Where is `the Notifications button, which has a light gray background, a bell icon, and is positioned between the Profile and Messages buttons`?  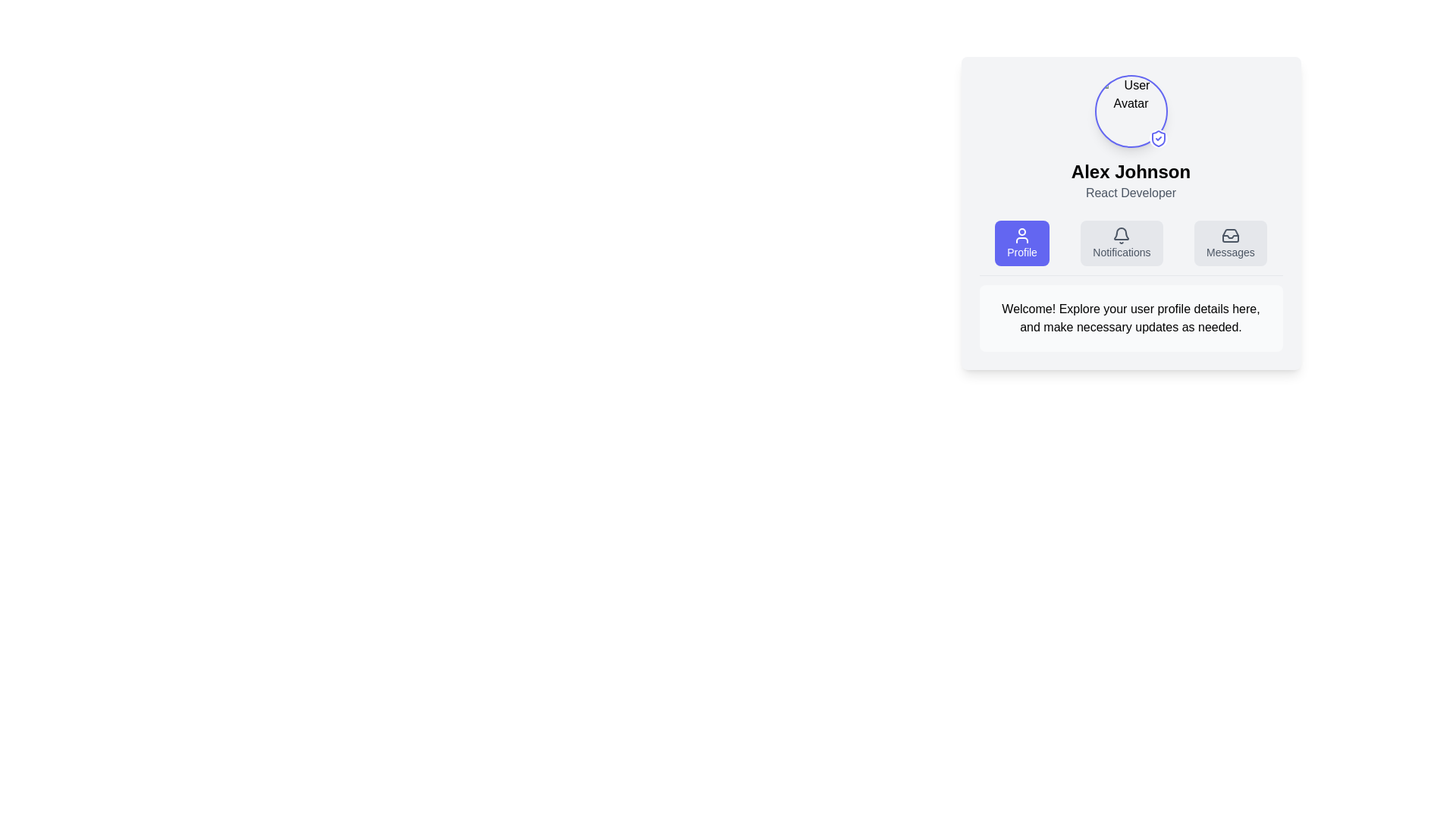
the Notifications button, which has a light gray background, a bell icon, and is positioned between the Profile and Messages buttons is located at coordinates (1121, 242).